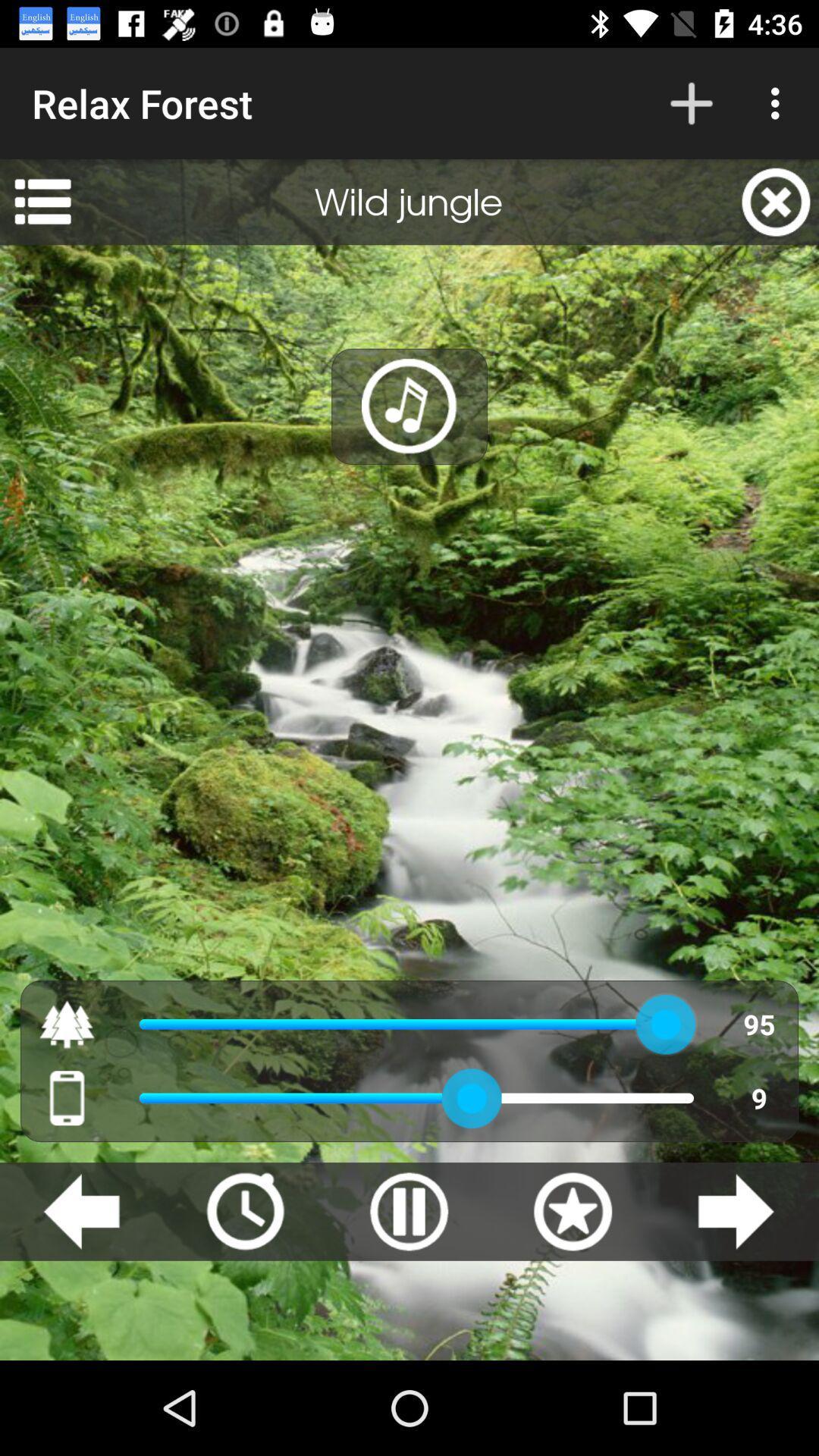 This screenshot has height=1456, width=819. What do you see at coordinates (408, 1210) in the screenshot?
I see `the pause icon` at bounding box center [408, 1210].